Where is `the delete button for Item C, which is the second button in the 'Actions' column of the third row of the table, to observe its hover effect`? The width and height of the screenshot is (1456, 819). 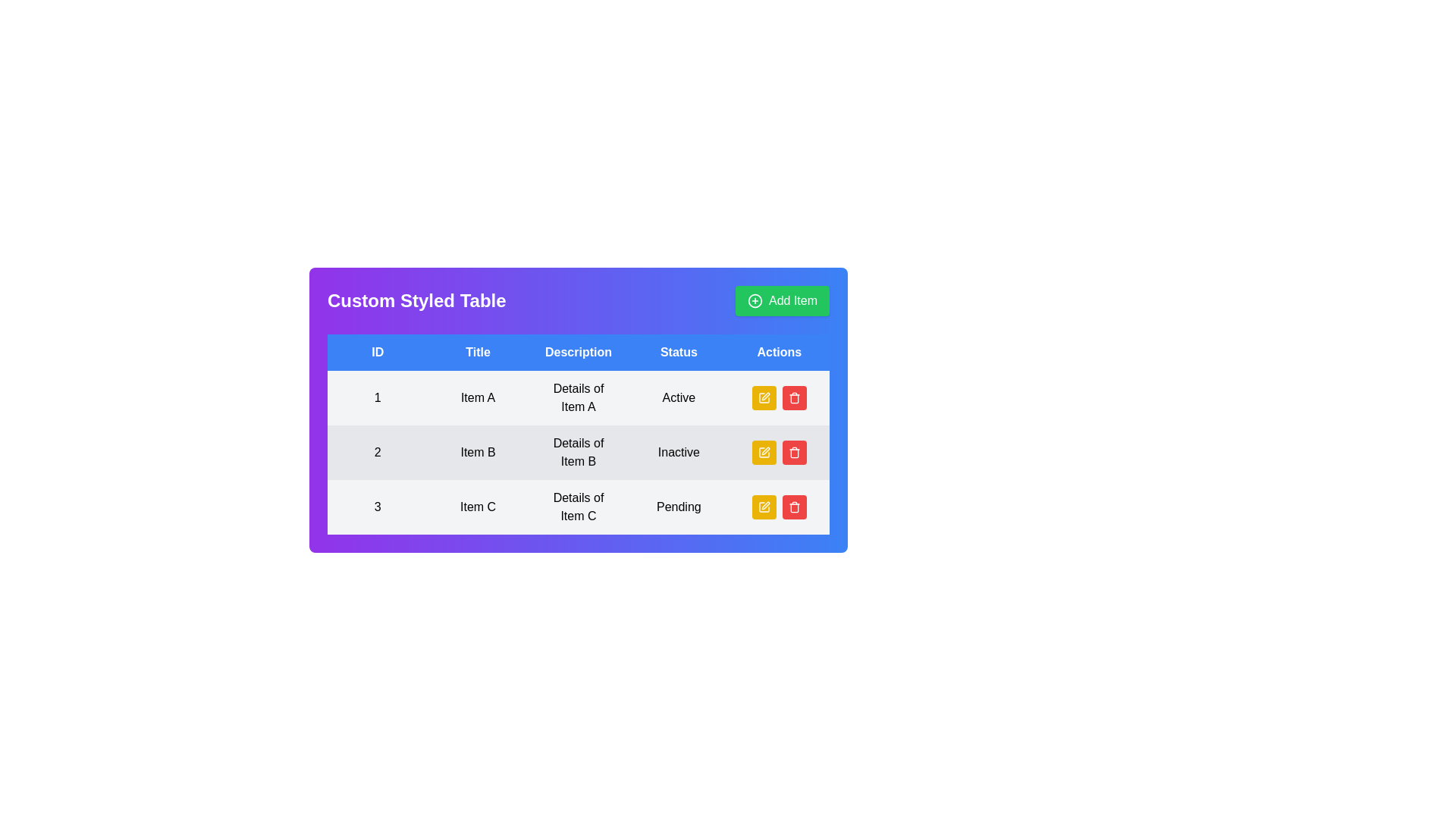 the delete button for Item C, which is the second button in the 'Actions' column of the third row of the table, to observe its hover effect is located at coordinates (793, 507).